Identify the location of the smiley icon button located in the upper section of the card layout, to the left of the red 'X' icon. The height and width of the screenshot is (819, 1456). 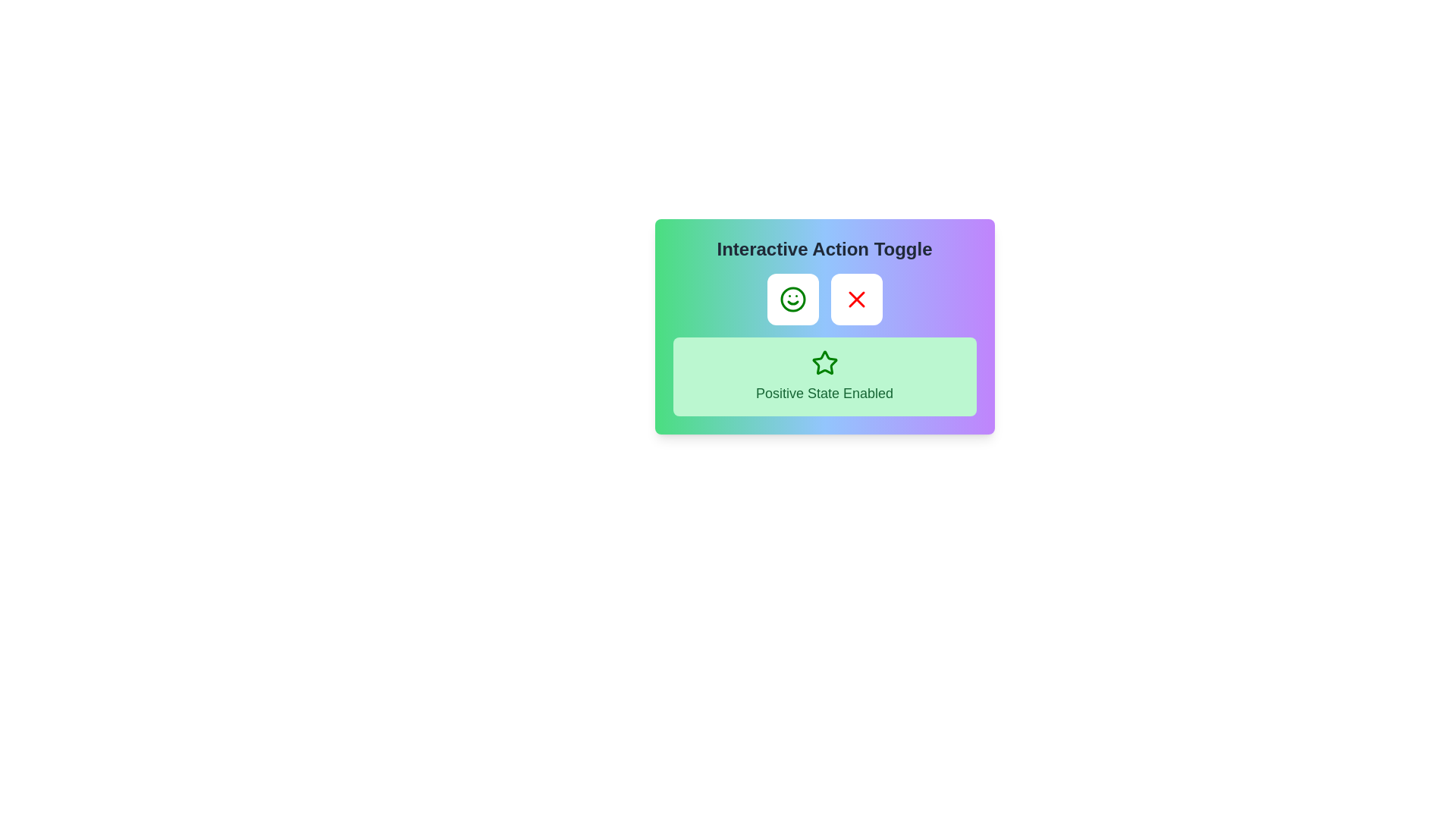
(792, 299).